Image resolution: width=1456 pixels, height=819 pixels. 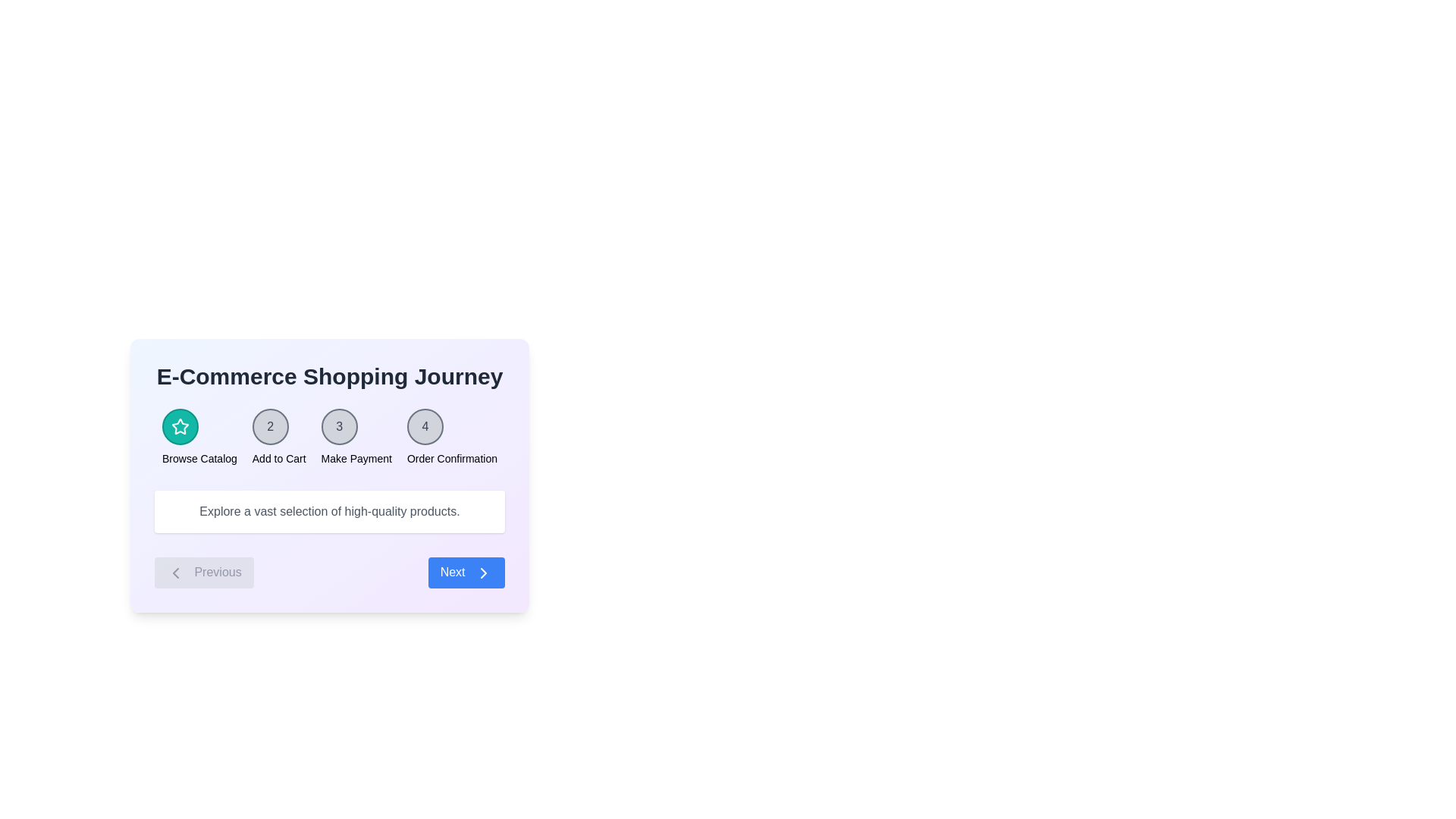 I want to click on the circular button labeled '2', which is positioned between the 'Browse Catalog' button and the 'Make Payment' button, so click(x=270, y=427).